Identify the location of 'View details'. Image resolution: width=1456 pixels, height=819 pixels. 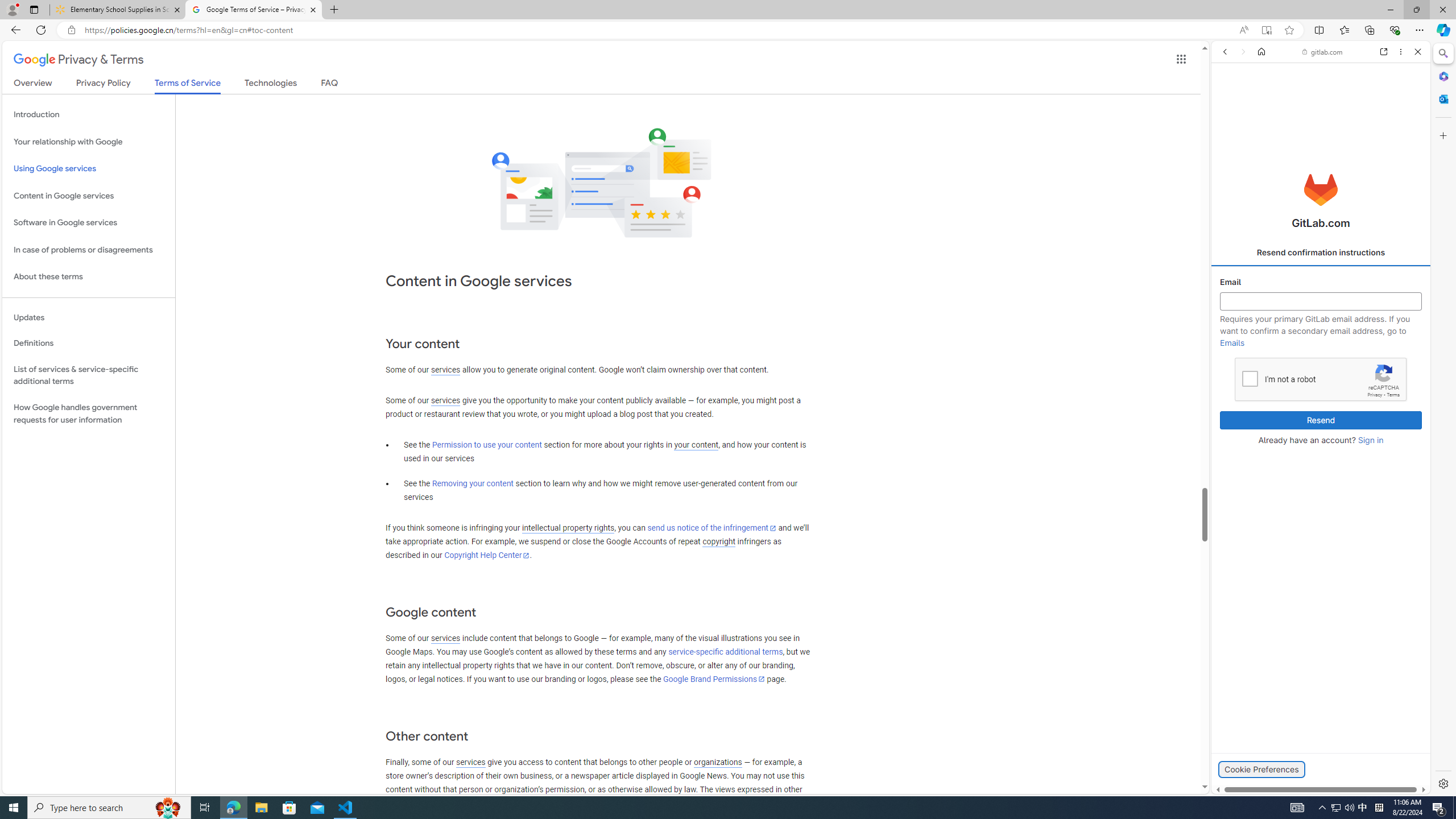
(1379, 553).